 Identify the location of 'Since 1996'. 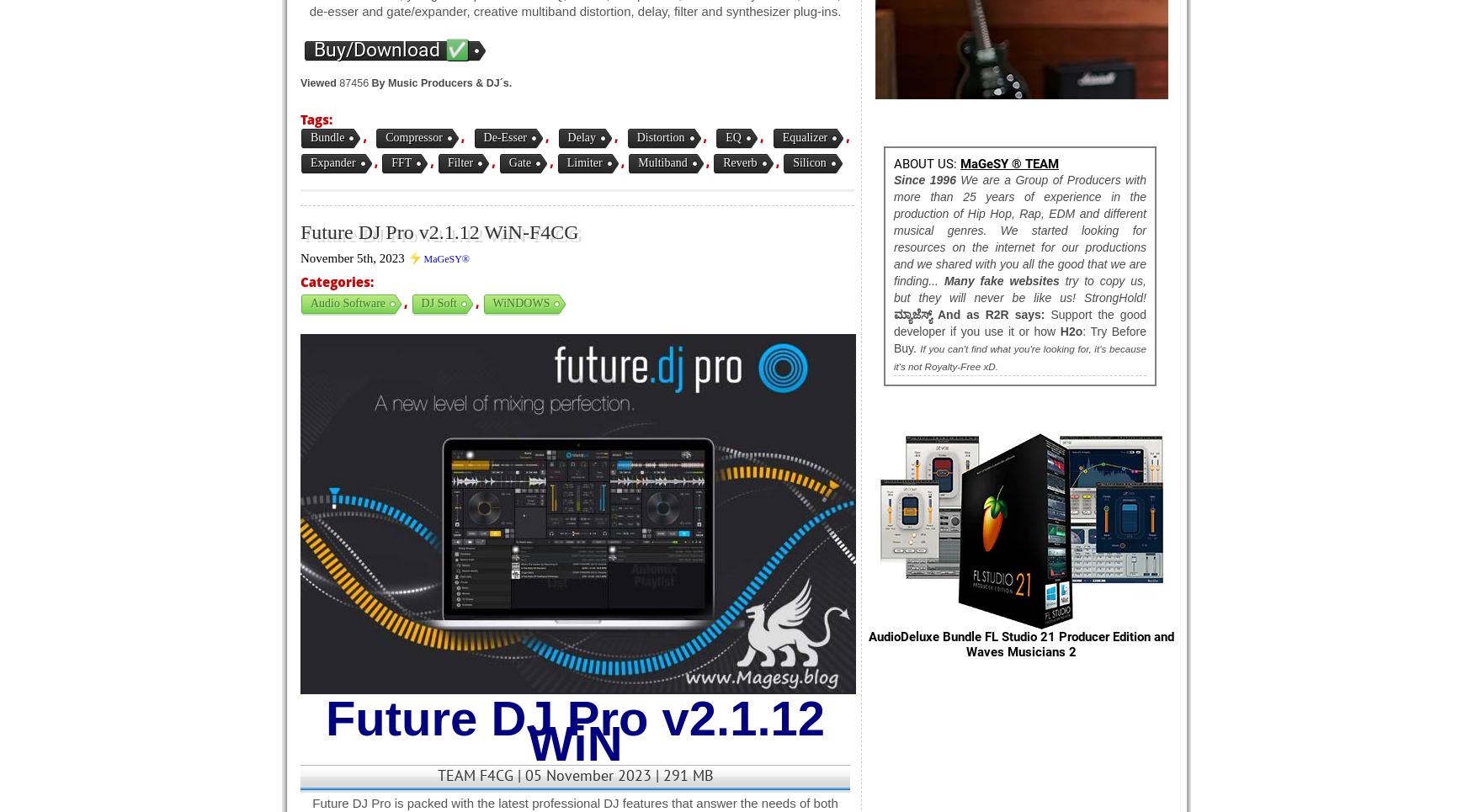
(924, 180).